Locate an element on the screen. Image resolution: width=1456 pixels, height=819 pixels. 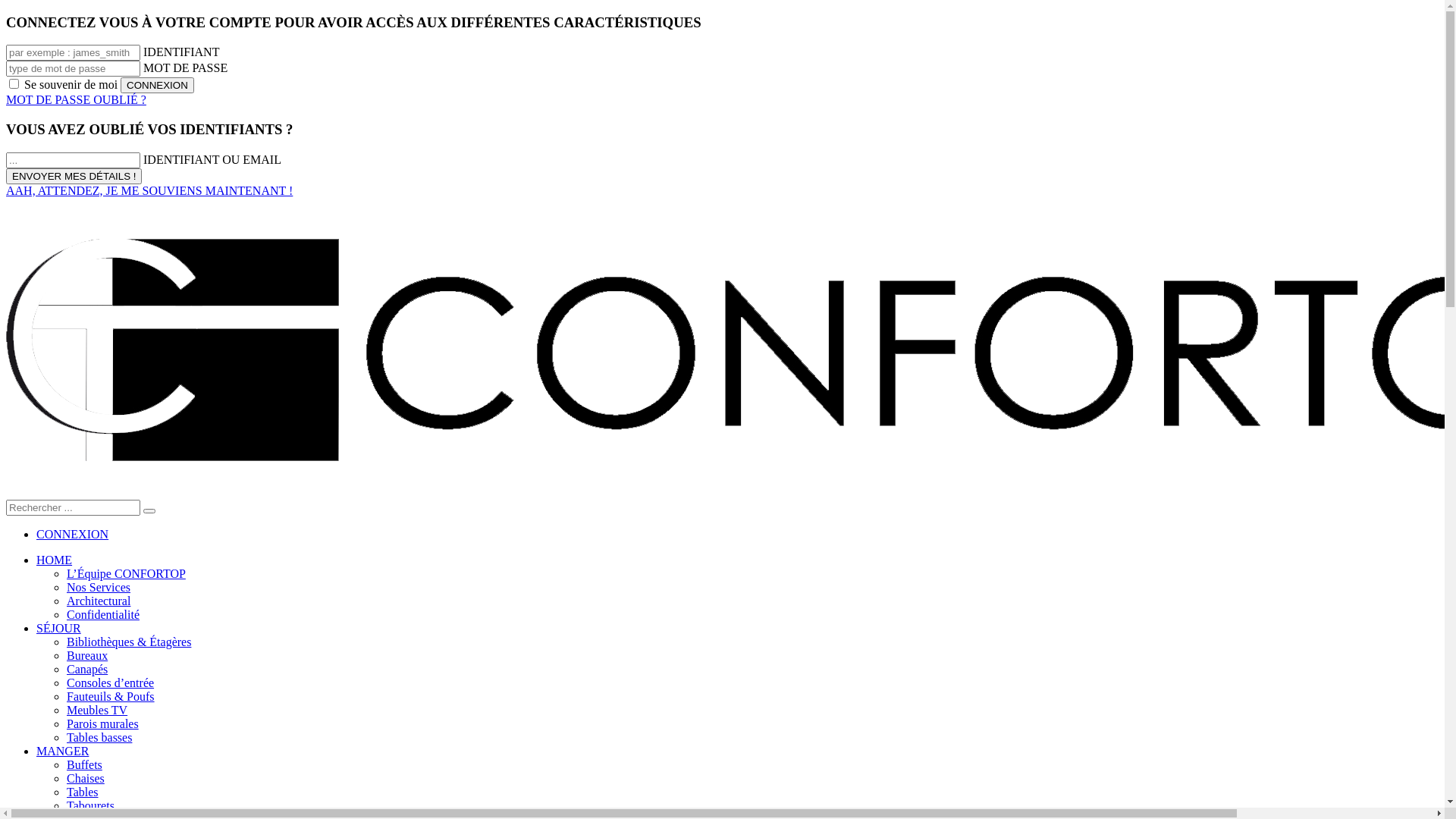
'Parois murales' is located at coordinates (102, 723).